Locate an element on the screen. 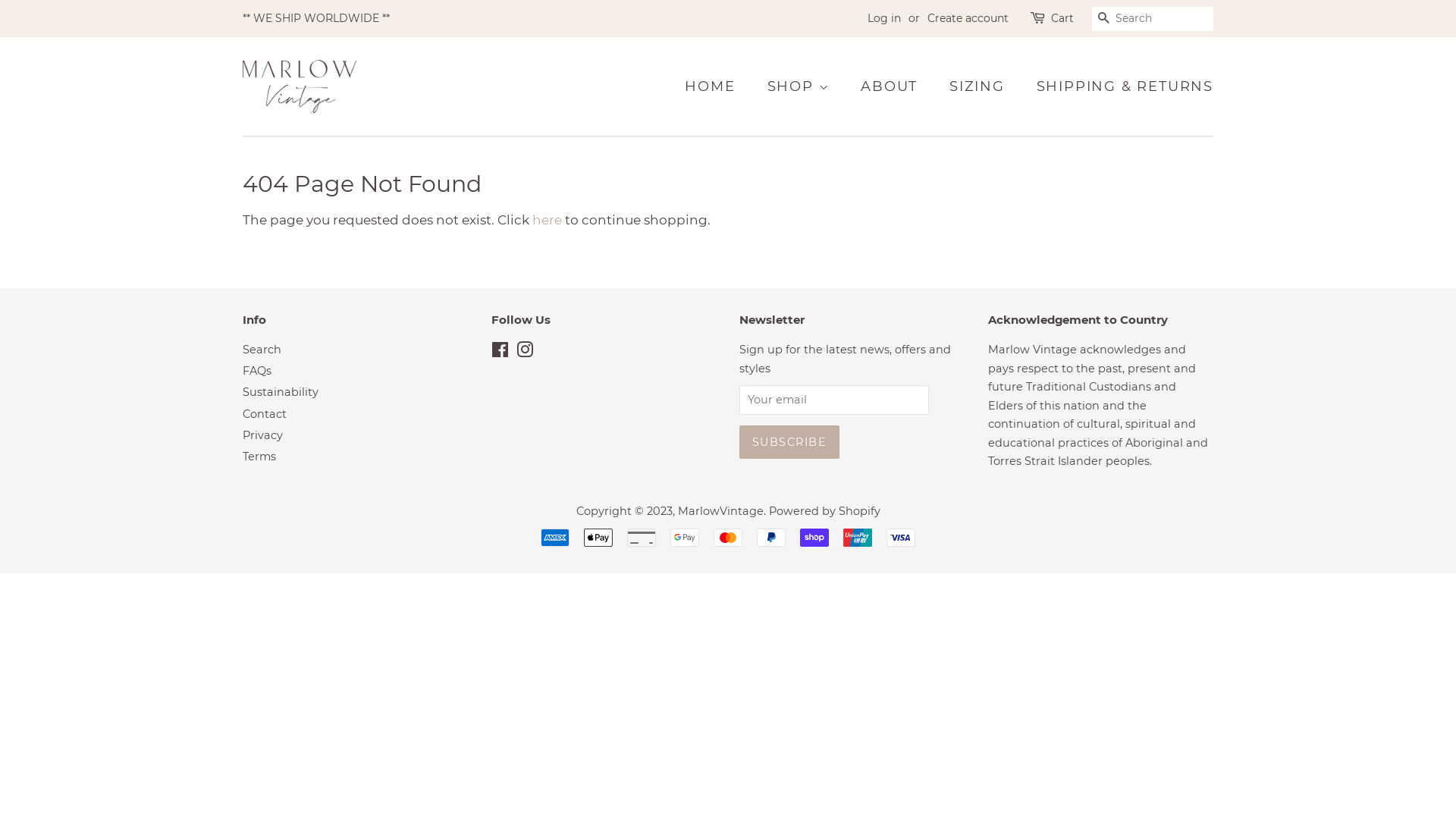 The width and height of the screenshot is (1456, 819). 'MarlowVintage' is located at coordinates (720, 511).